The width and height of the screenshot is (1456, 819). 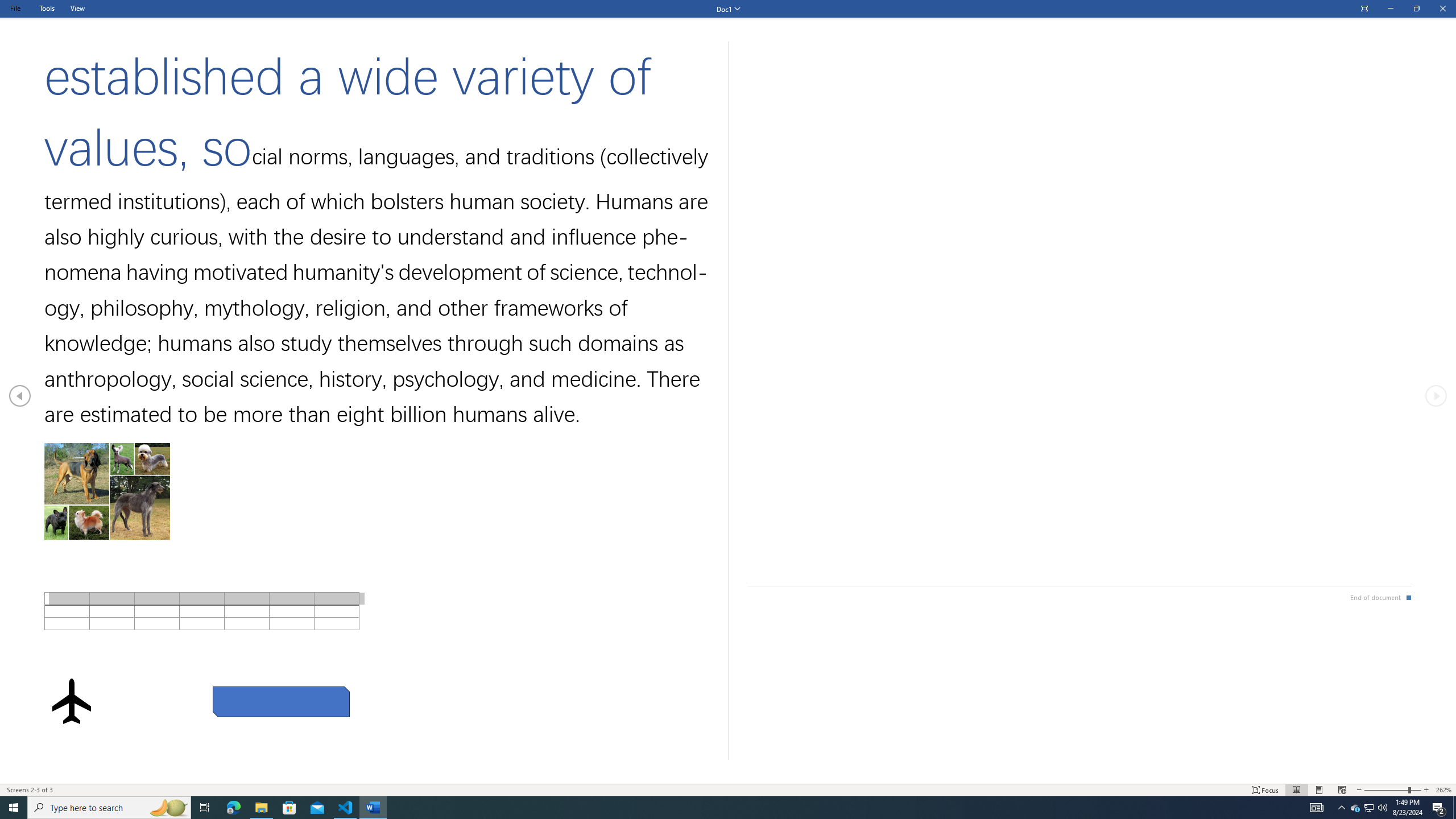 What do you see at coordinates (1265, 790) in the screenshot?
I see `'Focus '` at bounding box center [1265, 790].